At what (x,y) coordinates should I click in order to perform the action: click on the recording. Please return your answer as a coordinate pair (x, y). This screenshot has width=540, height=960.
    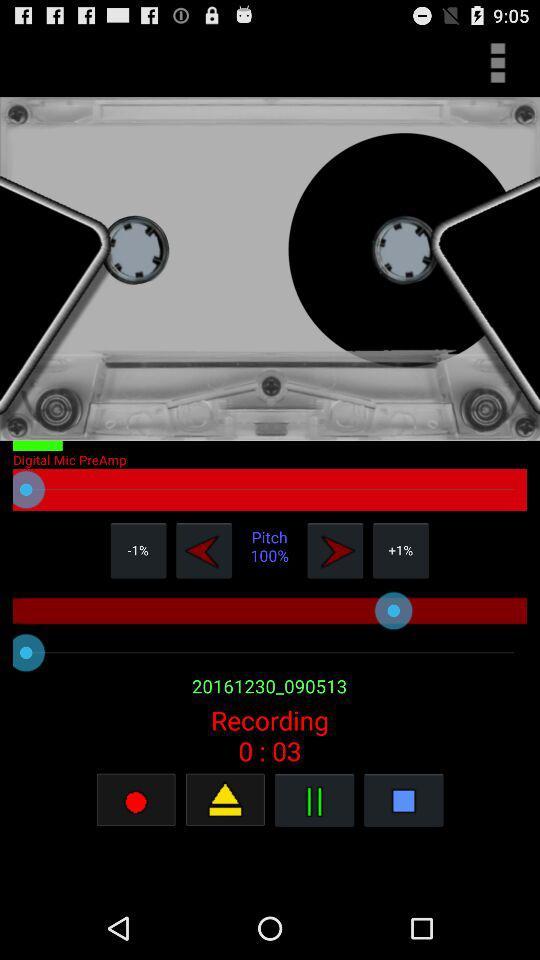
    Looking at the image, I should click on (224, 799).